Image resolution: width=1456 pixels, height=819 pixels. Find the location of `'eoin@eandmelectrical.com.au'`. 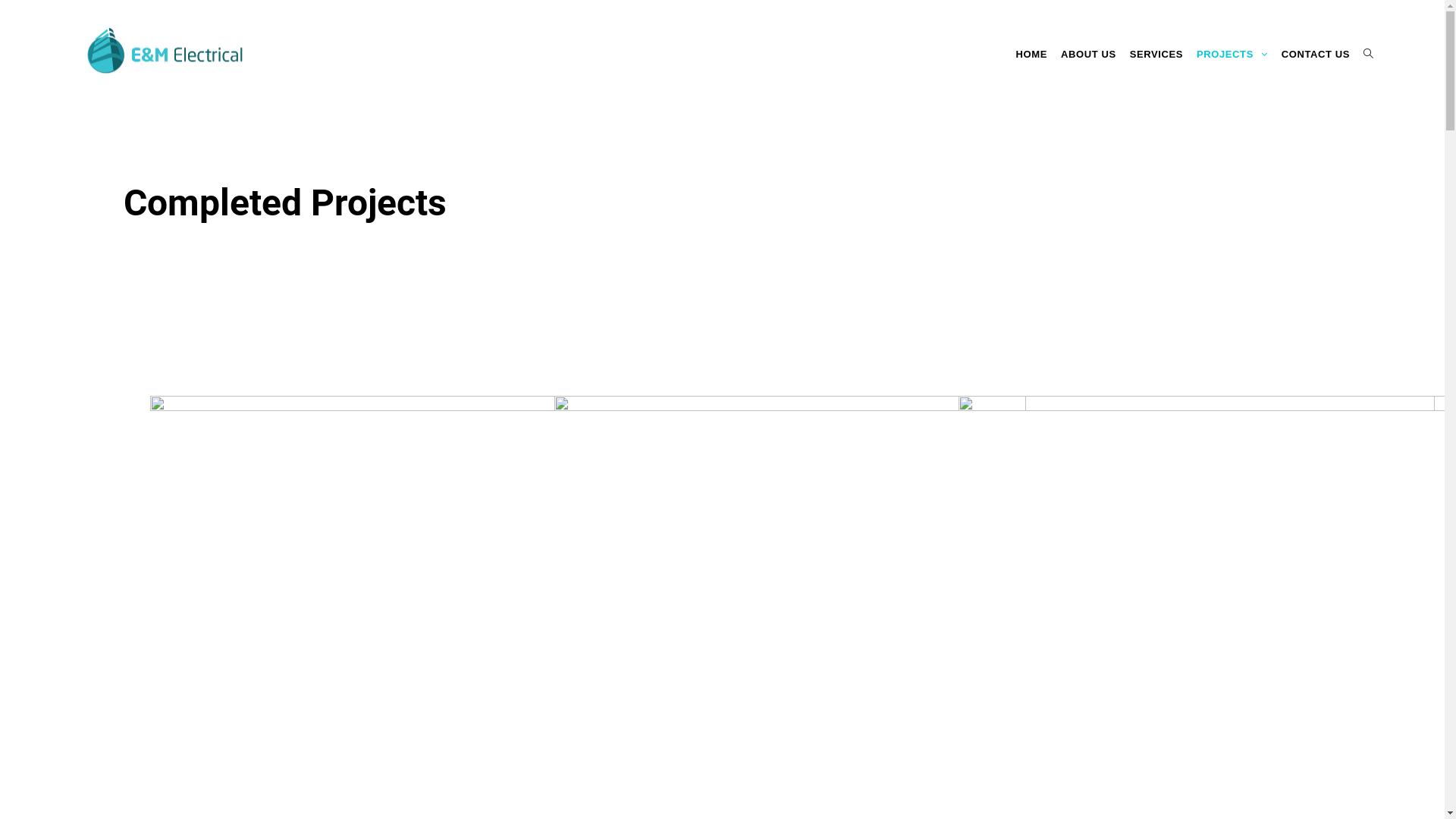

'eoin@eandmelectrical.com.au' is located at coordinates (516, 693).